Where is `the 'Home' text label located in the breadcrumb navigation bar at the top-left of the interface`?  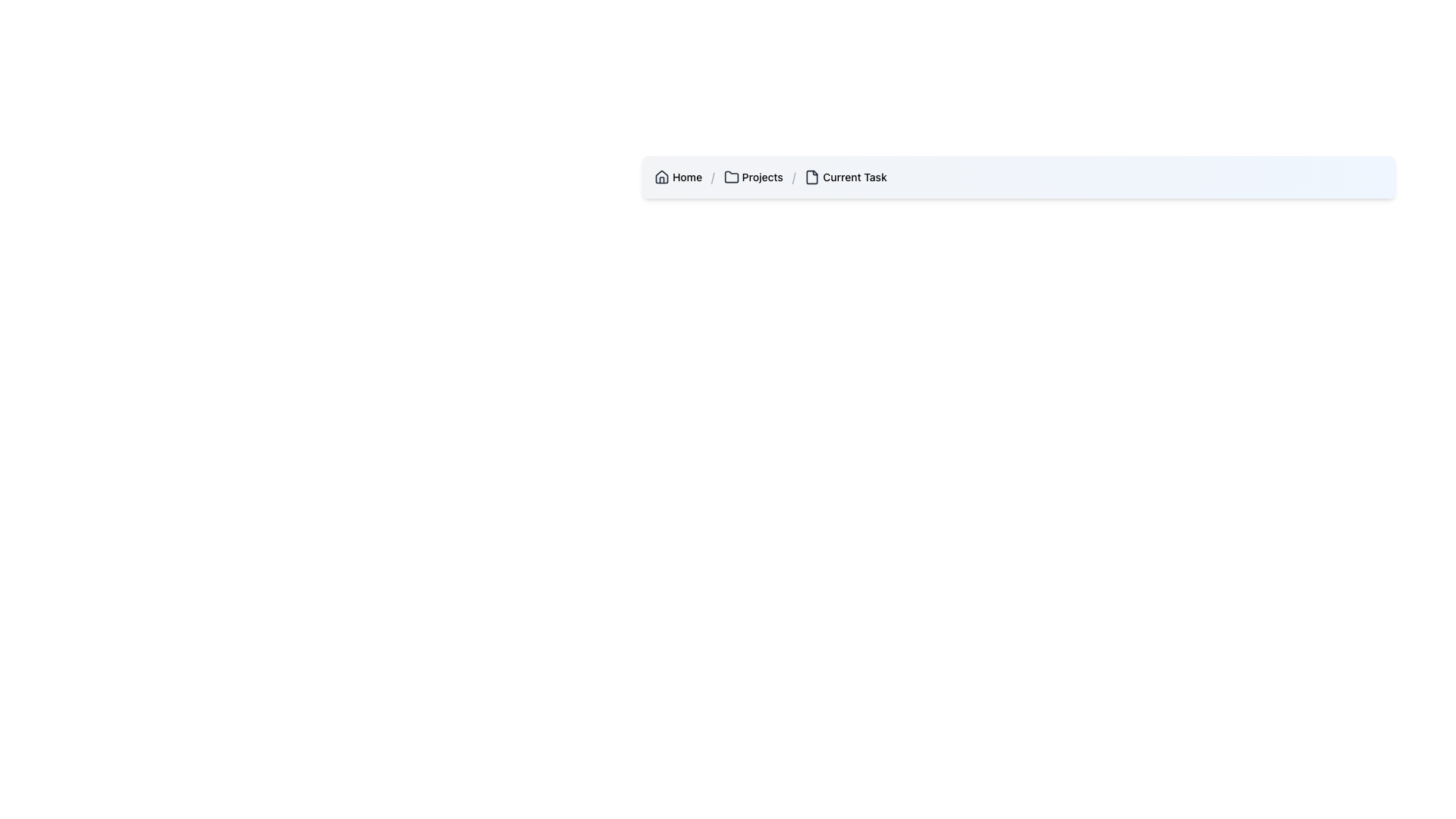
the 'Home' text label located in the breadcrumb navigation bar at the top-left of the interface is located at coordinates (686, 177).